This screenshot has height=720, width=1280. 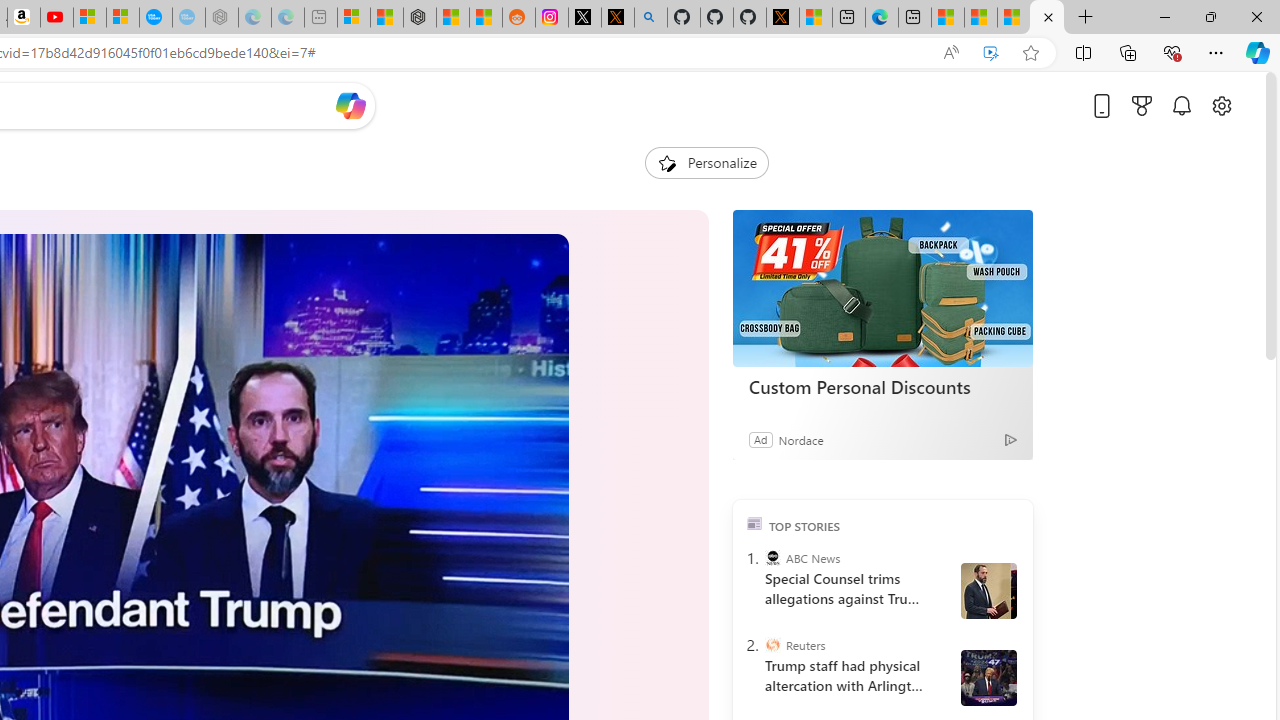 What do you see at coordinates (991, 52) in the screenshot?
I see `'Enhance video'` at bounding box center [991, 52].